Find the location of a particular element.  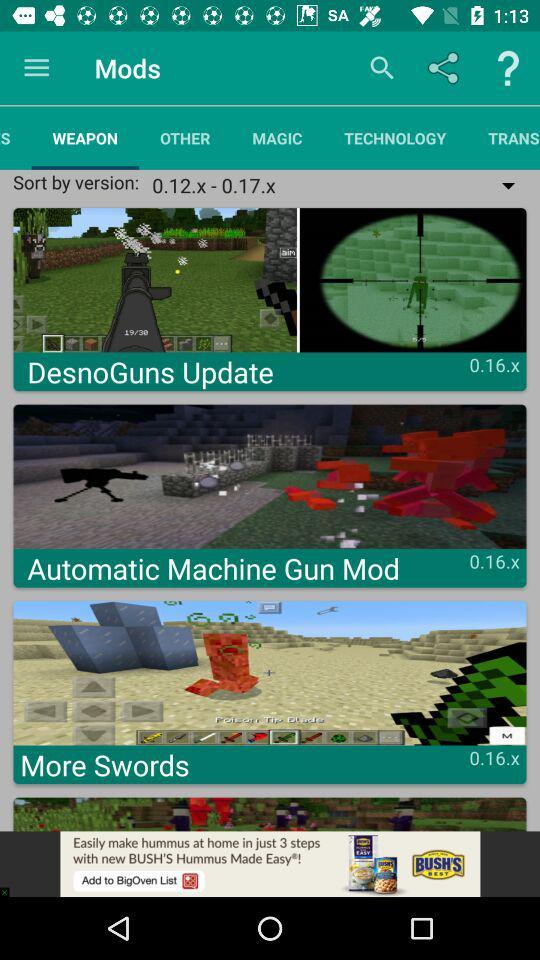

adsense link is located at coordinates (270, 863).